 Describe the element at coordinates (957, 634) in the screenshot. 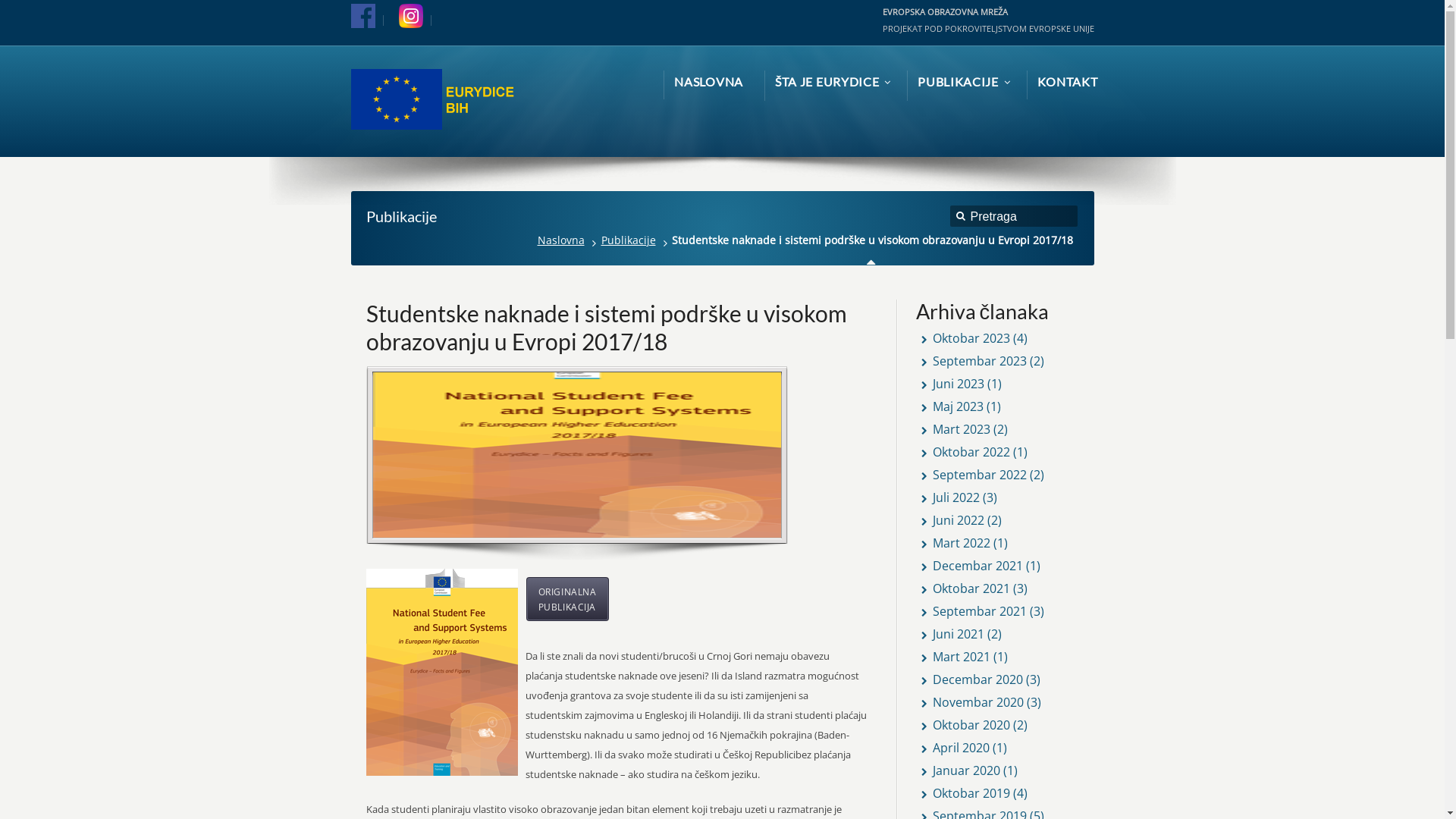

I see `'Juni 2021'` at that location.